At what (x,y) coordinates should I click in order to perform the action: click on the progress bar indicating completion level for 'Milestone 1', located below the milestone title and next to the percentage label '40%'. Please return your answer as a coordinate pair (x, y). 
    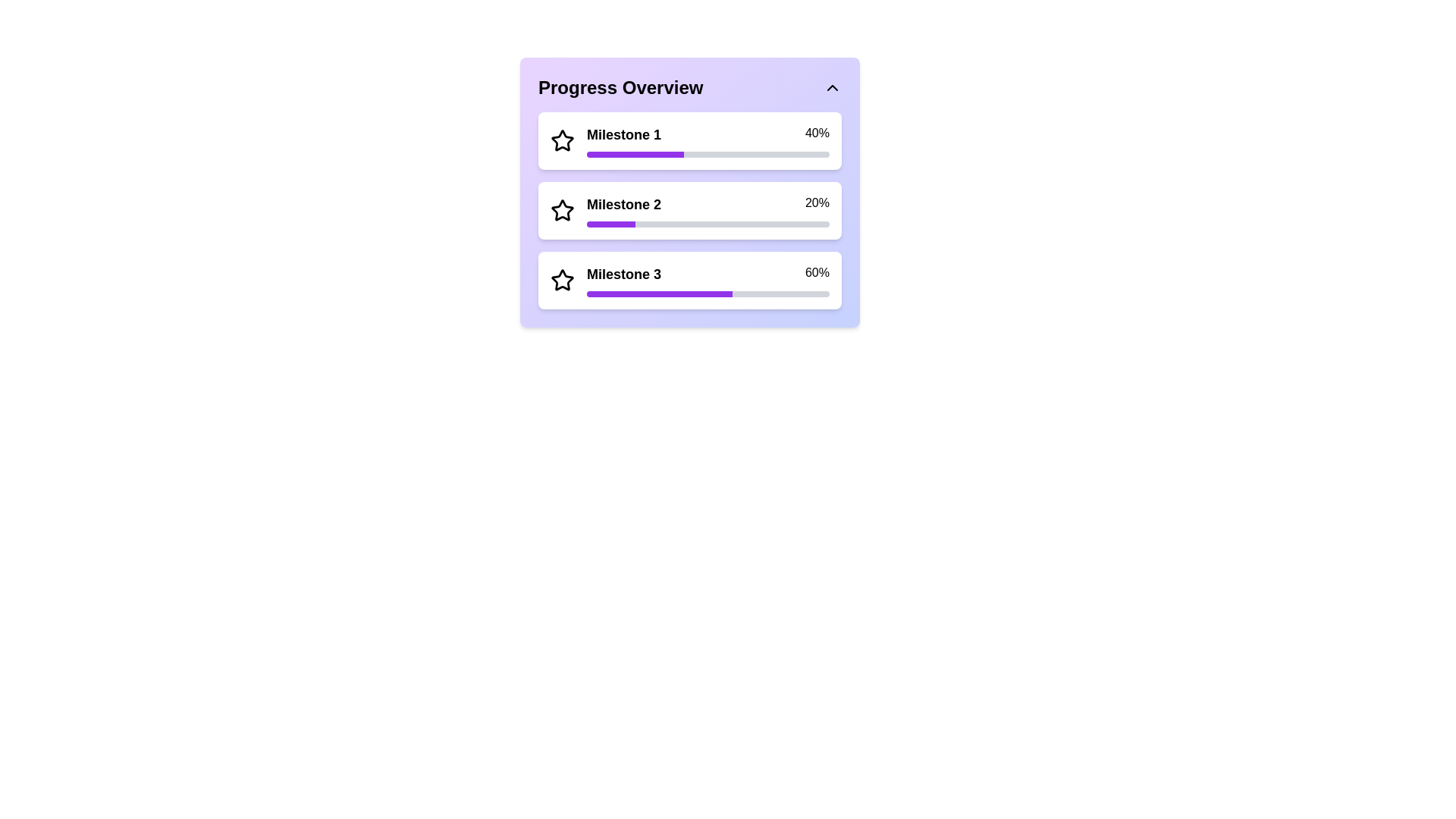
    Looking at the image, I should click on (708, 155).